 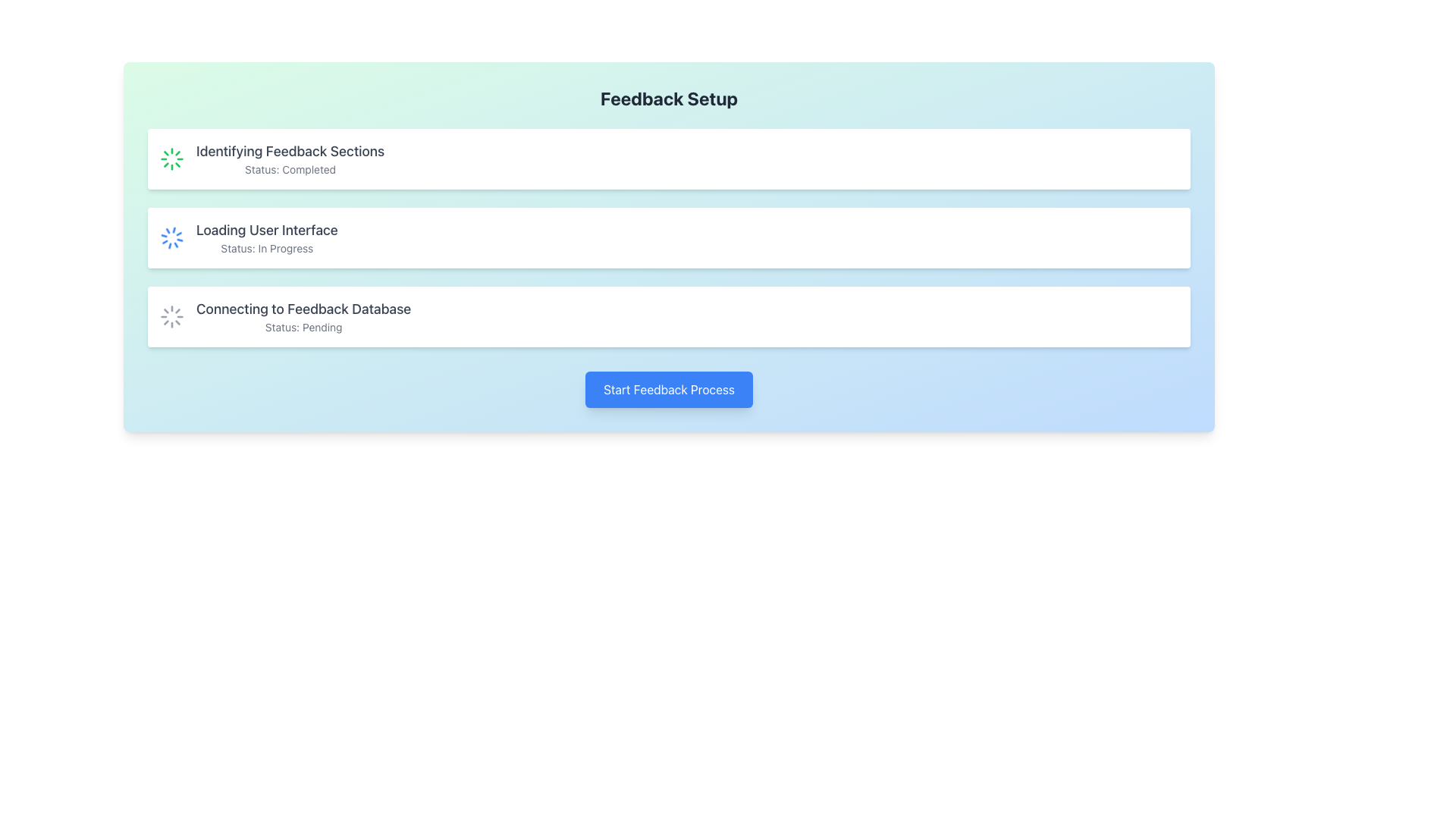 I want to click on the multi-line informational text block indicating 'Connecting to Feedback Database' which is currently in 'Pending' status, located in the third position of a vertical sequence of steps, so click(x=303, y=315).